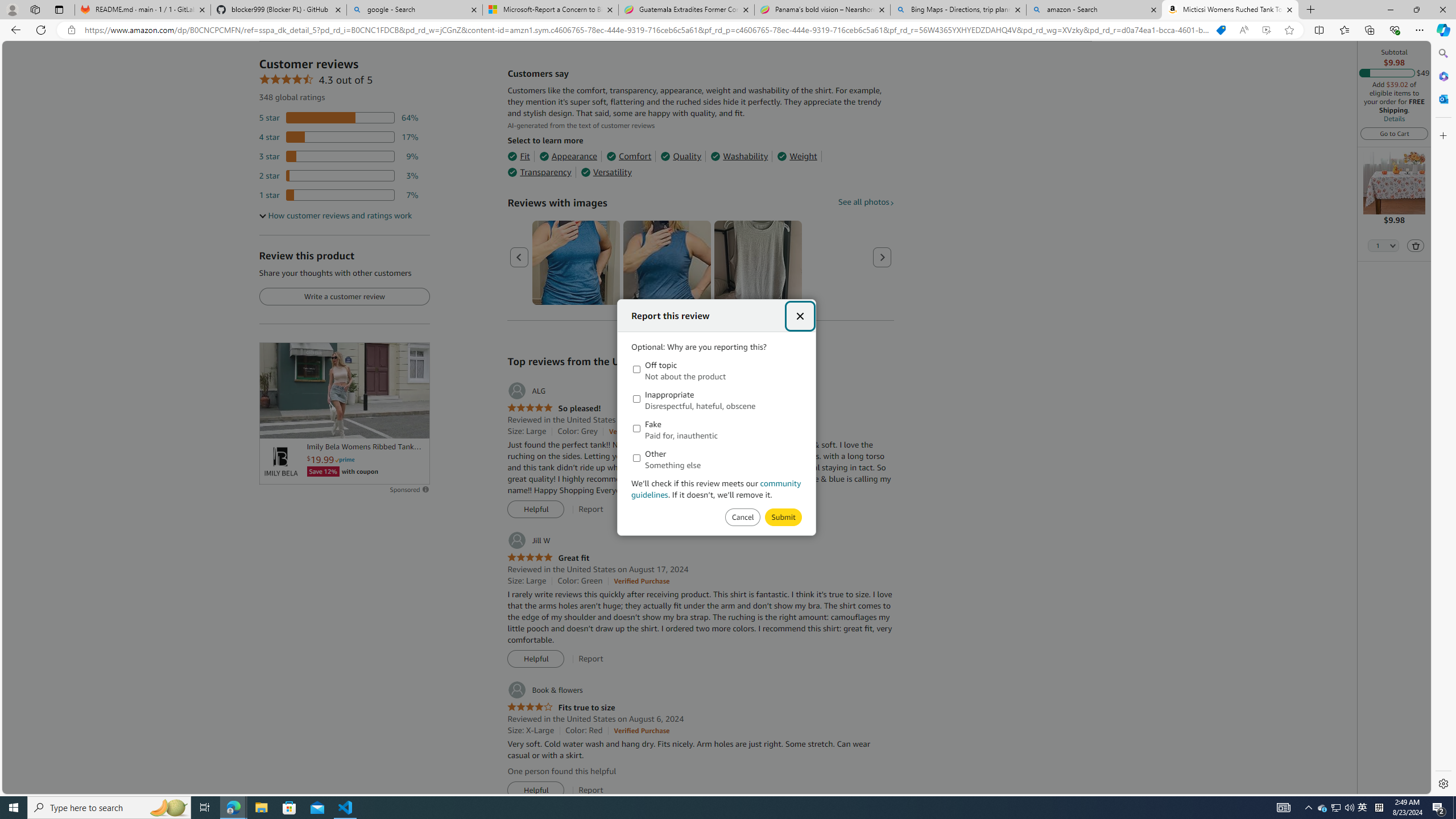 This screenshot has height=819, width=1456. What do you see at coordinates (716, 488) in the screenshot?
I see `'community guidelines'` at bounding box center [716, 488].